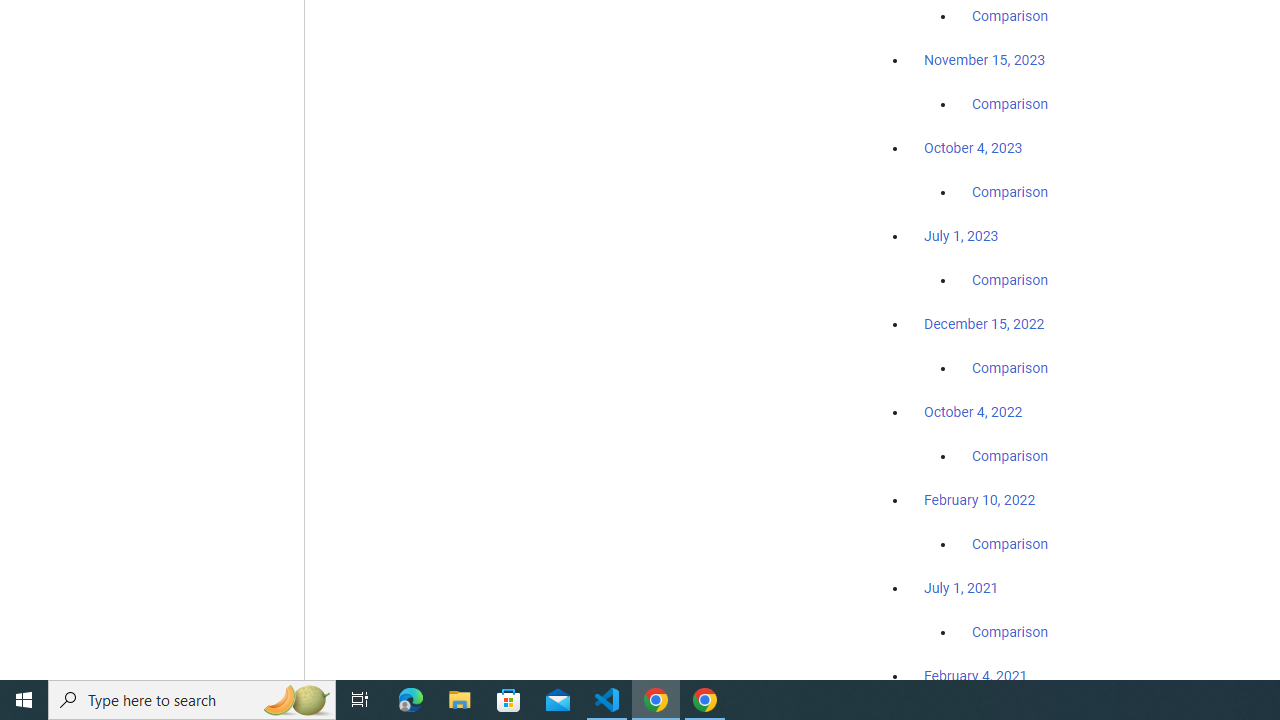 The image size is (1280, 720). I want to click on 'July 1, 2023', so click(961, 235).